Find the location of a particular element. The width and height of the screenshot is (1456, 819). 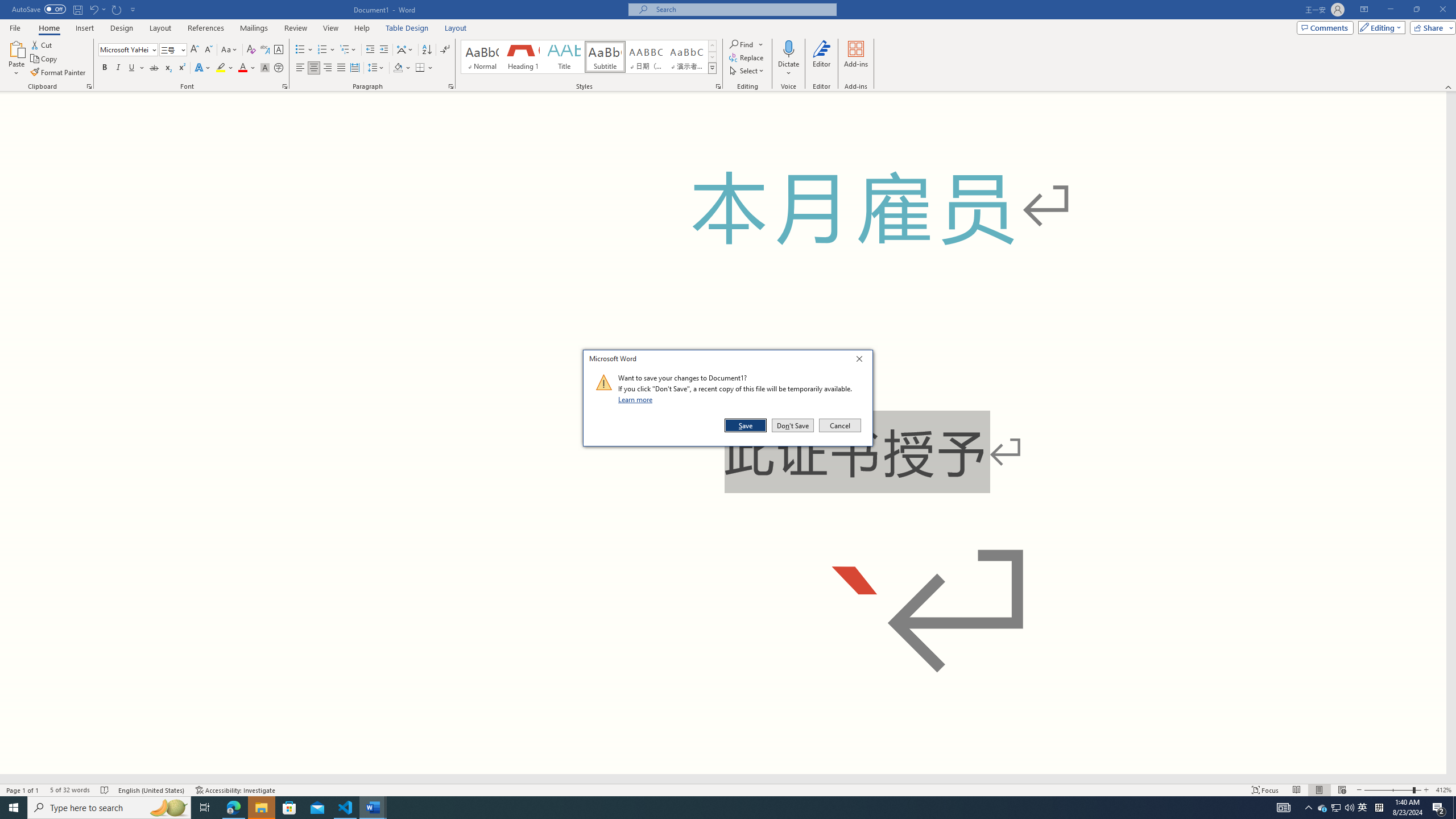

'Notification Chevron' is located at coordinates (1308, 806).